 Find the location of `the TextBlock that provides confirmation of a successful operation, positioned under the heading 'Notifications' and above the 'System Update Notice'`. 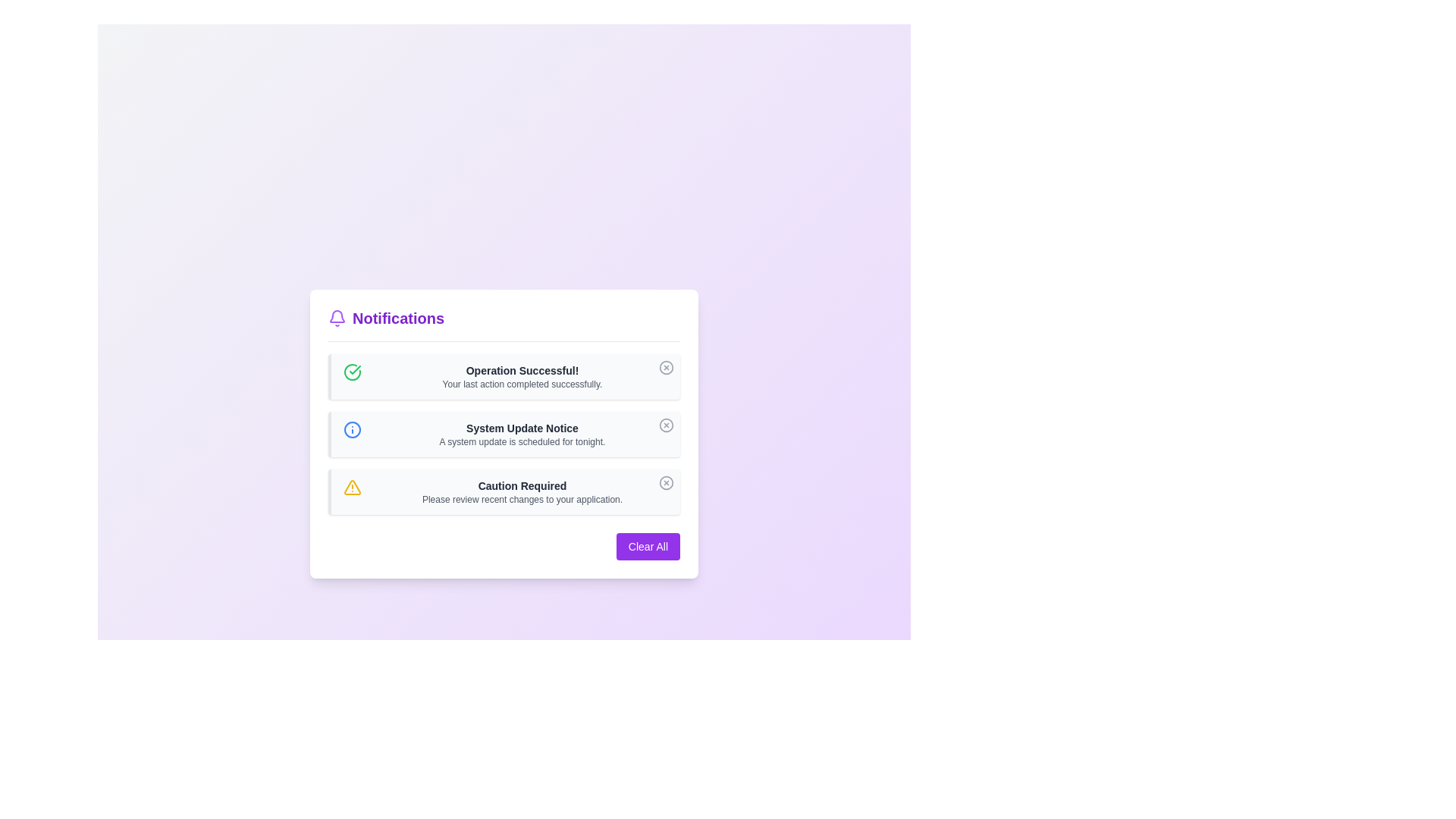

the TextBlock that provides confirmation of a successful operation, positioned under the heading 'Notifications' and above the 'System Update Notice' is located at coordinates (522, 375).